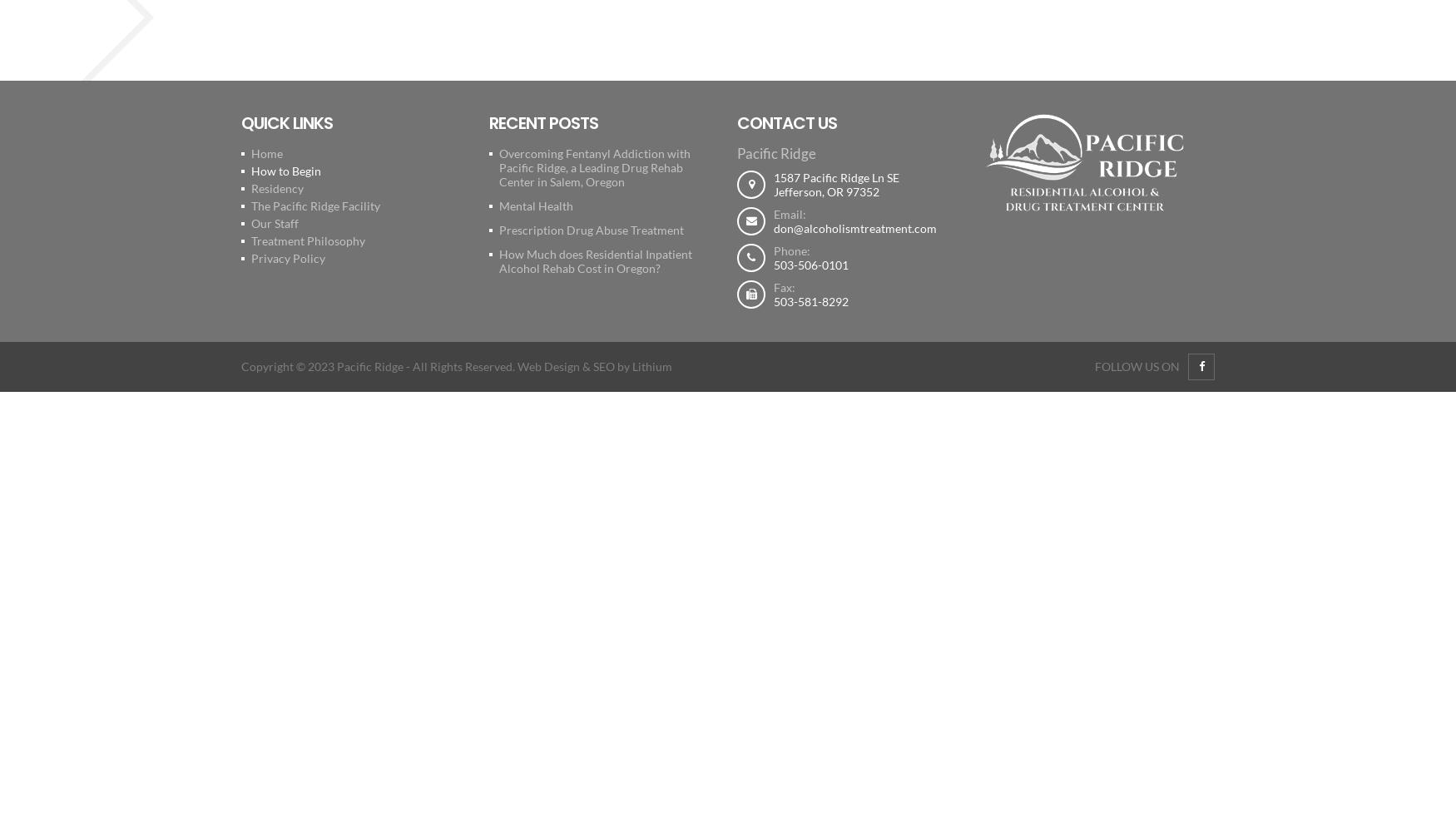  Describe the element at coordinates (250, 170) in the screenshot. I see `'How to Begin'` at that location.